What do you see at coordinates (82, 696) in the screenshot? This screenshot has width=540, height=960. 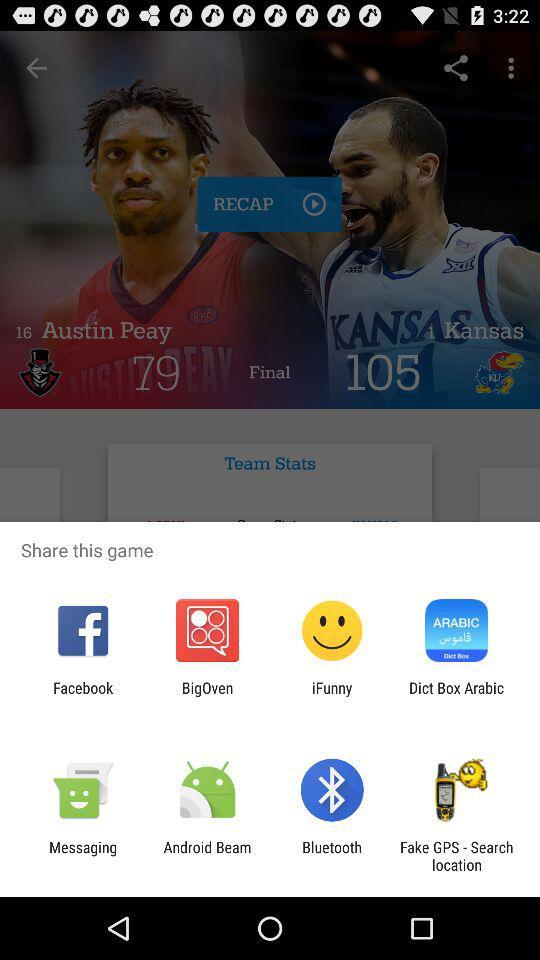 I see `the item to the left of bigoven item` at bounding box center [82, 696].